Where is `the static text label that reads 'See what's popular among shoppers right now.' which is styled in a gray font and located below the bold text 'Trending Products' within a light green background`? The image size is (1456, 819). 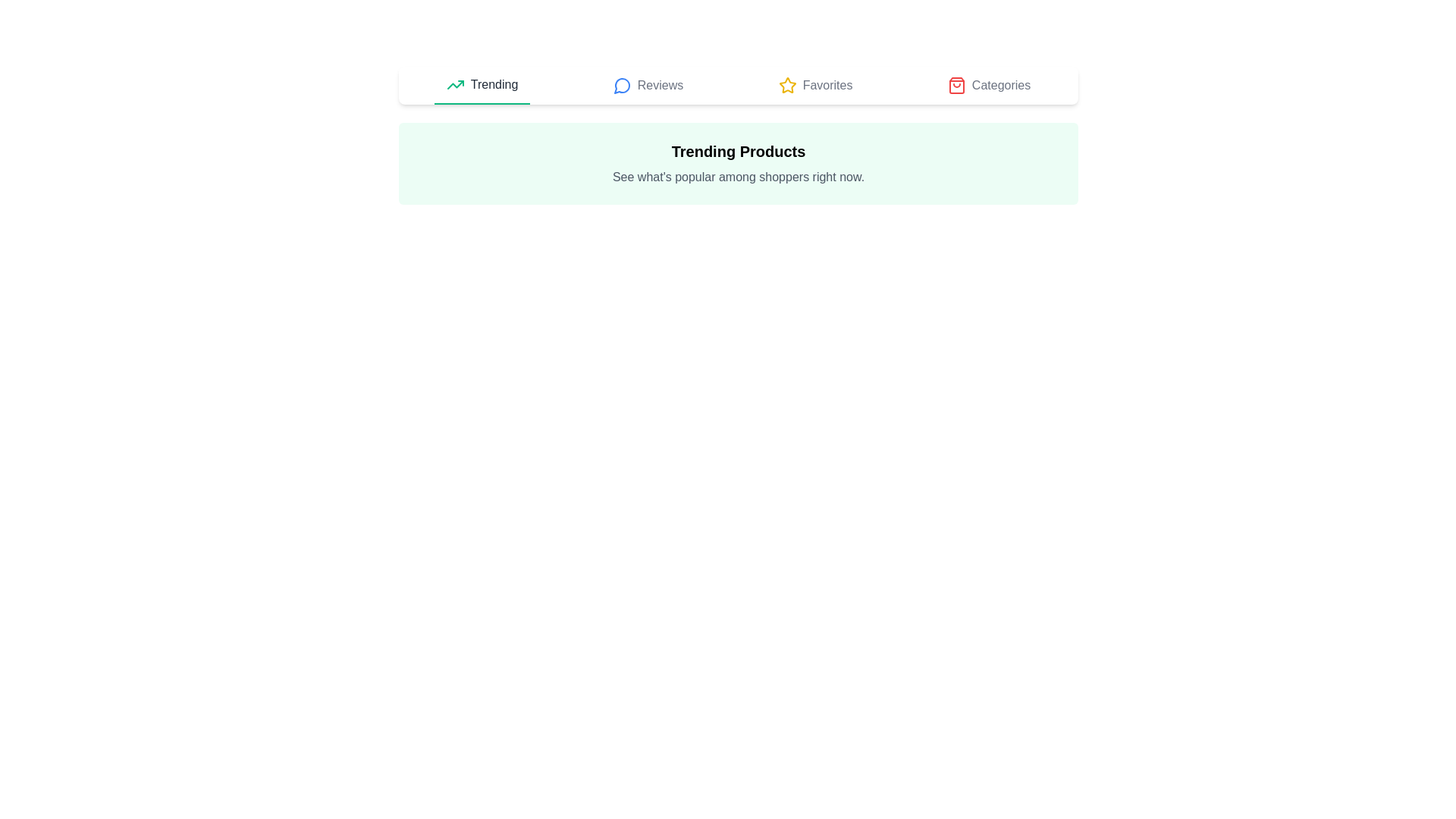
the static text label that reads 'See what's popular among shoppers right now.' which is styled in a gray font and located below the bold text 'Trending Products' within a light green background is located at coordinates (739, 177).